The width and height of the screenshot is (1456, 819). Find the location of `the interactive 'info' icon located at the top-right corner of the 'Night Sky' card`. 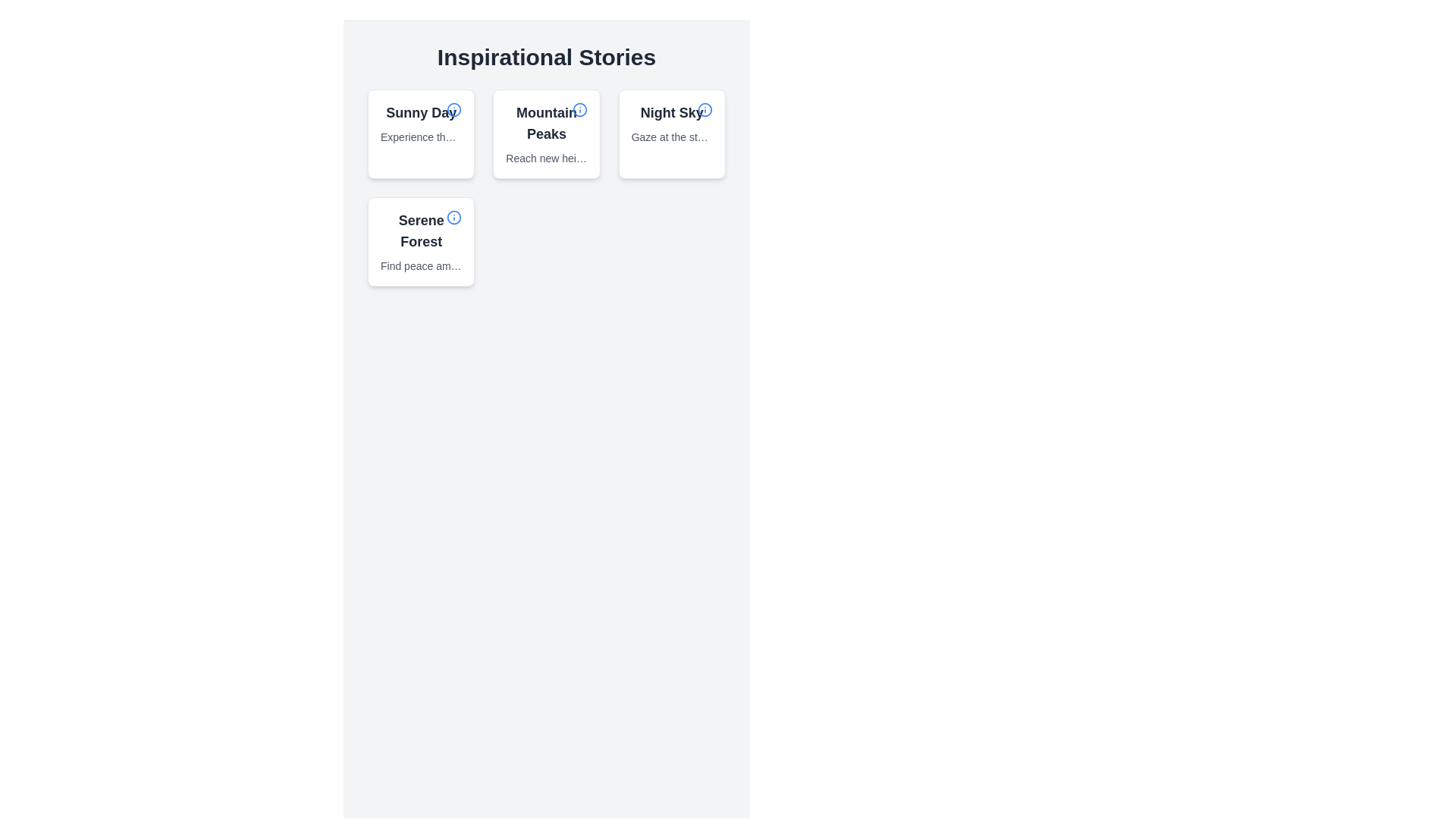

the interactive 'info' icon located at the top-right corner of the 'Night Sky' card is located at coordinates (704, 109).